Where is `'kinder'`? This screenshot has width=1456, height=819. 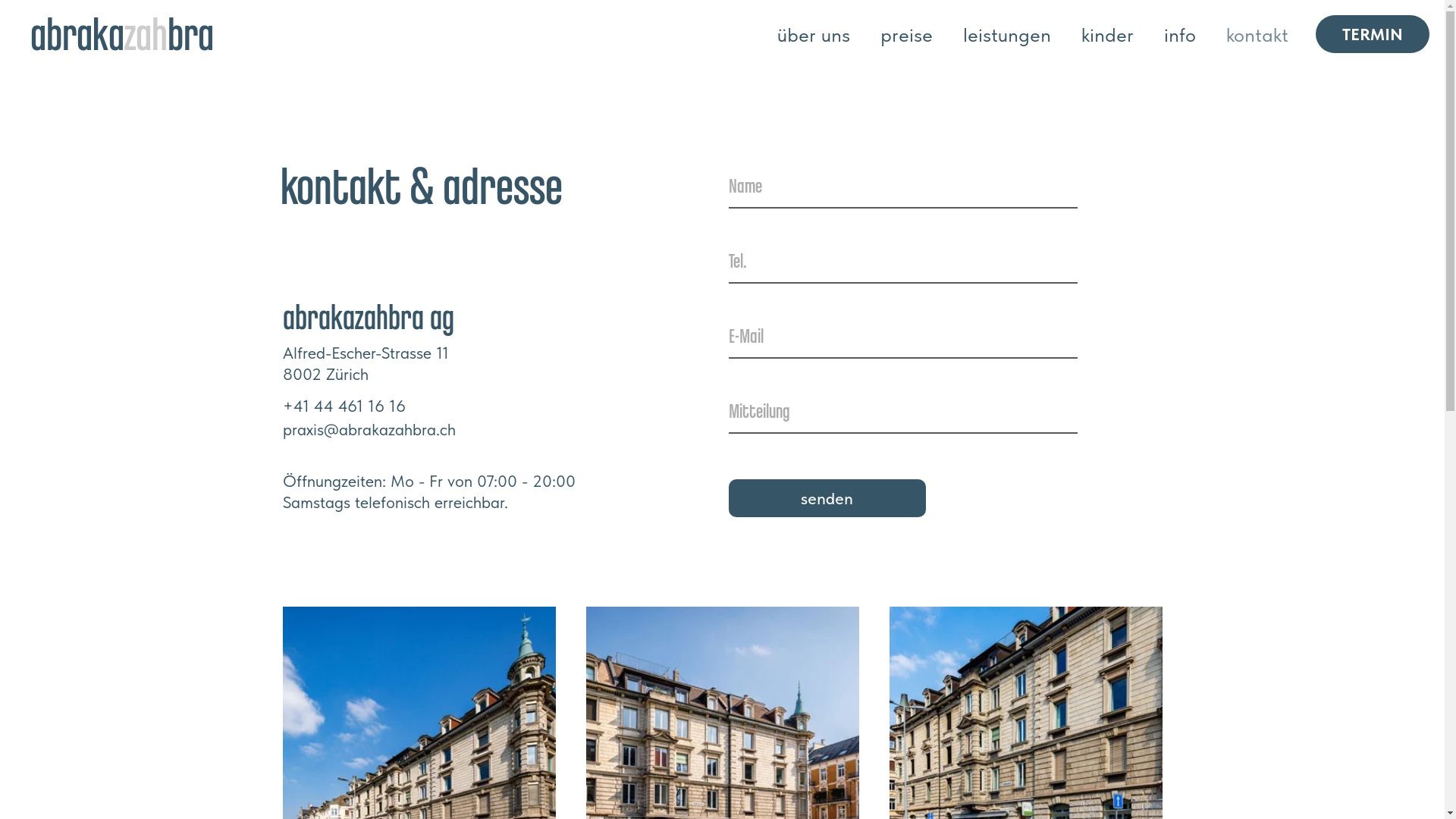 'kinder' is located at coordinates (1107, 34).